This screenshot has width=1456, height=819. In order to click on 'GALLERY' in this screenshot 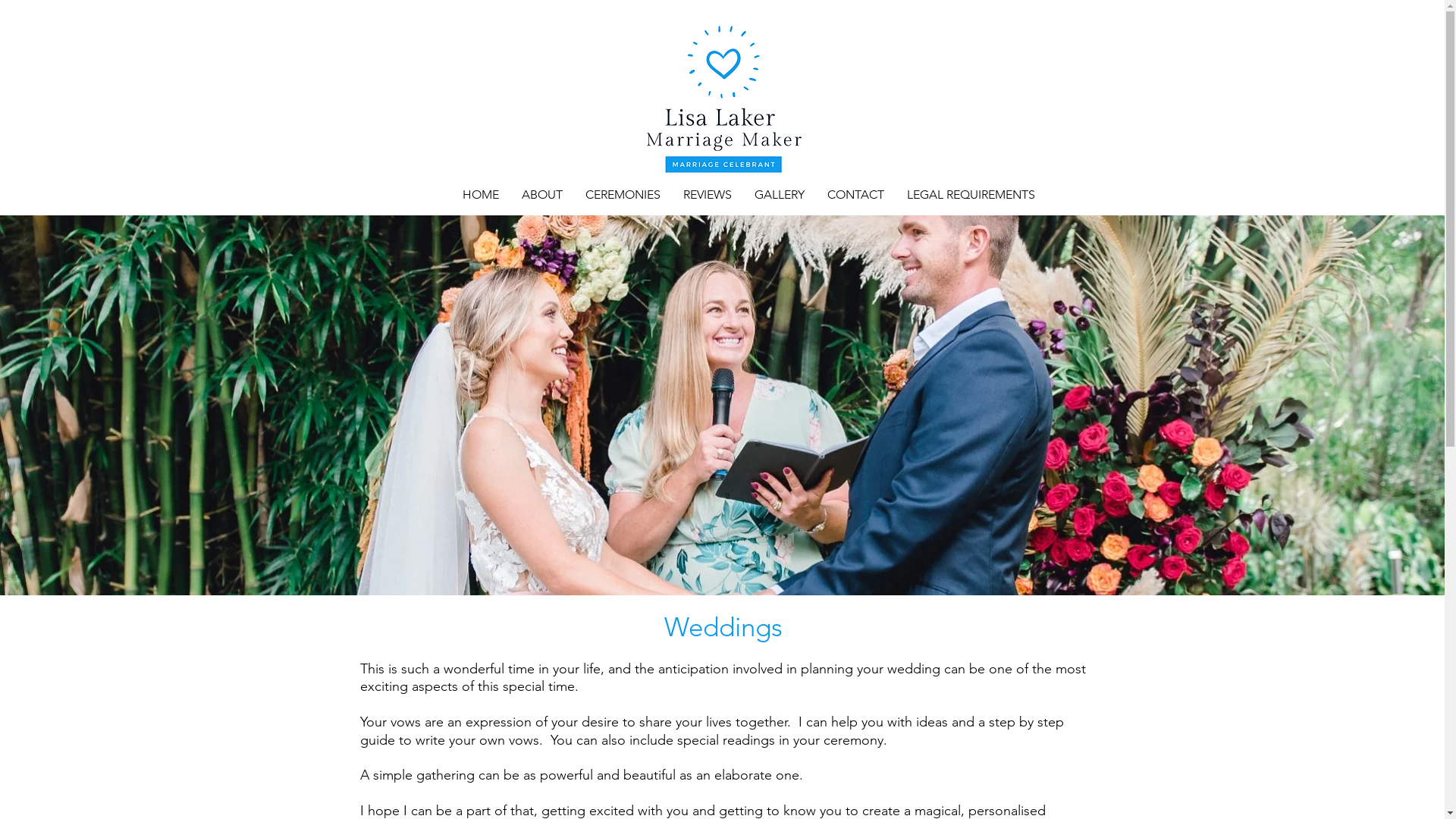, I will do `click(742, 194)`.